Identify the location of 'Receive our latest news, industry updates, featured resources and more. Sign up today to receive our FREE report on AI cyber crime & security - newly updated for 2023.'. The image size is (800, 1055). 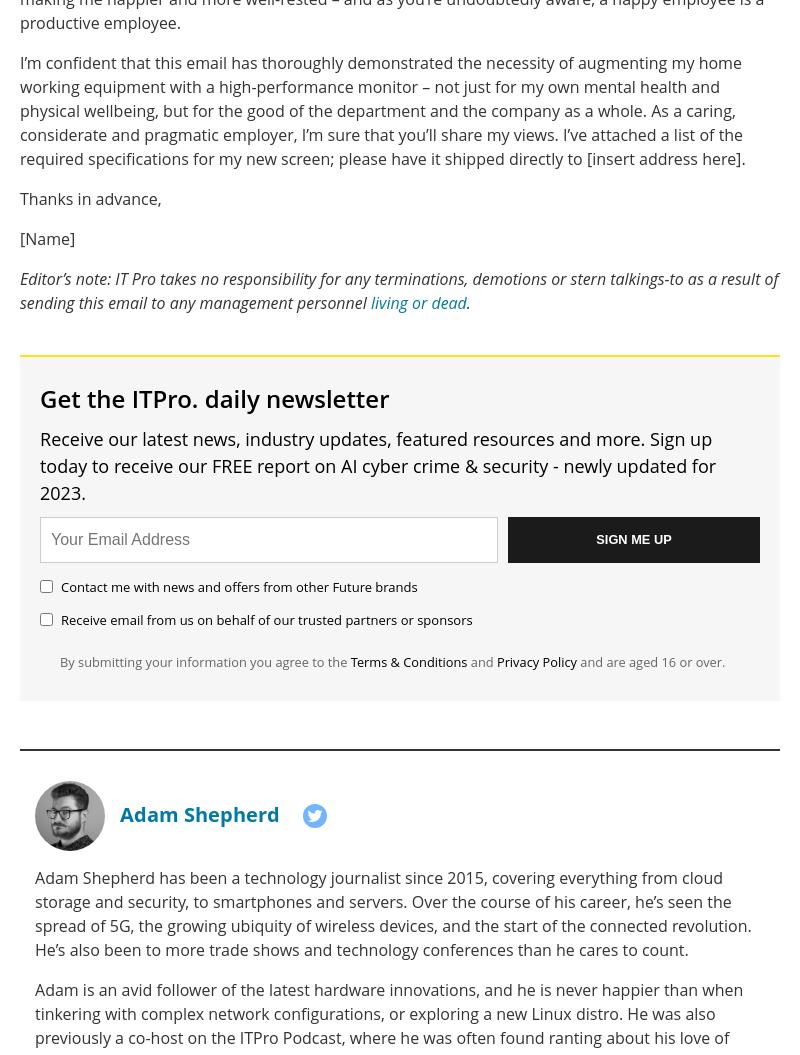
(377, 464).